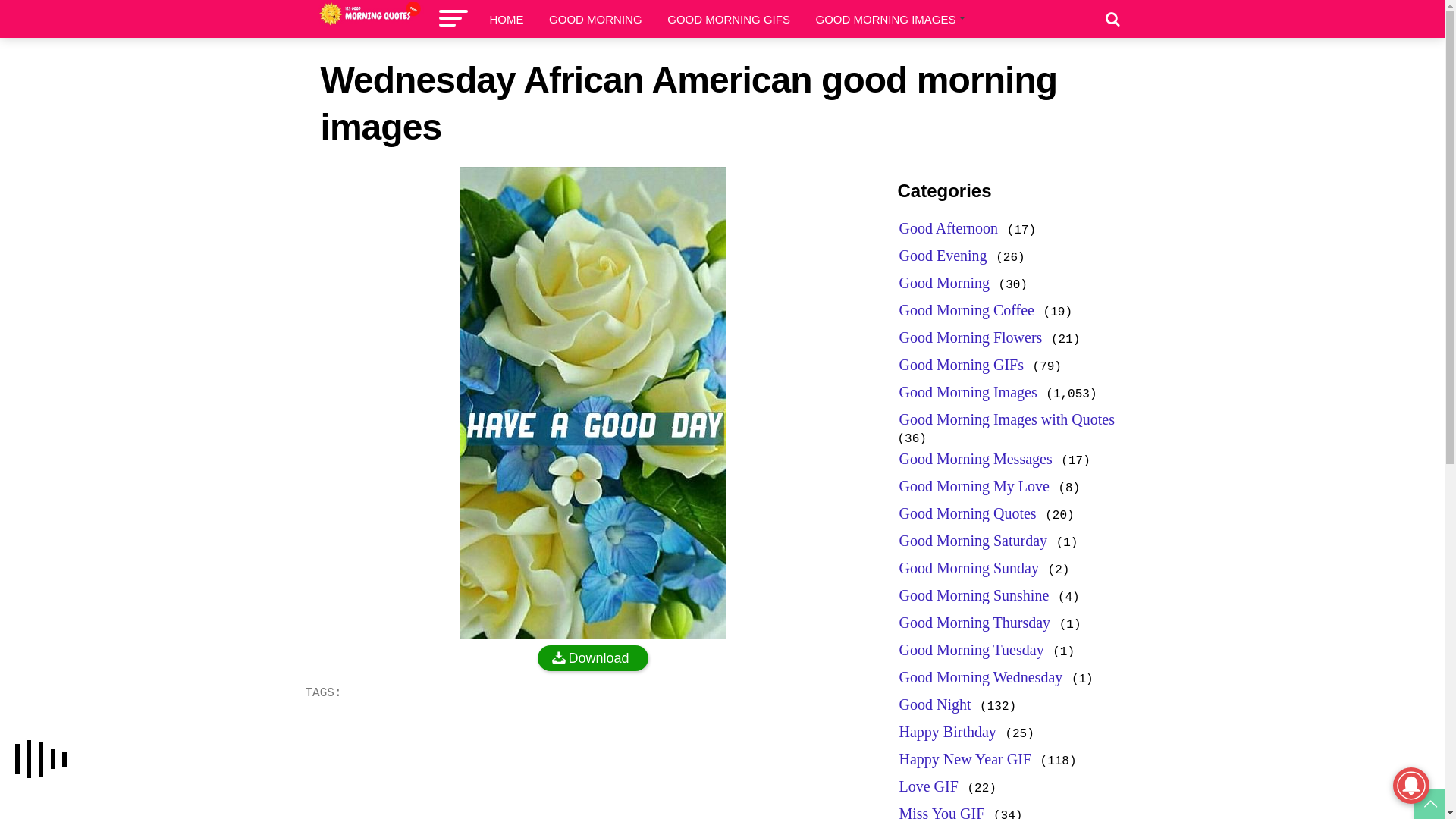 This screenshot has width=1456, height=819. I want to click on 'GOOD MORNING GIFS', so click(728, 19).